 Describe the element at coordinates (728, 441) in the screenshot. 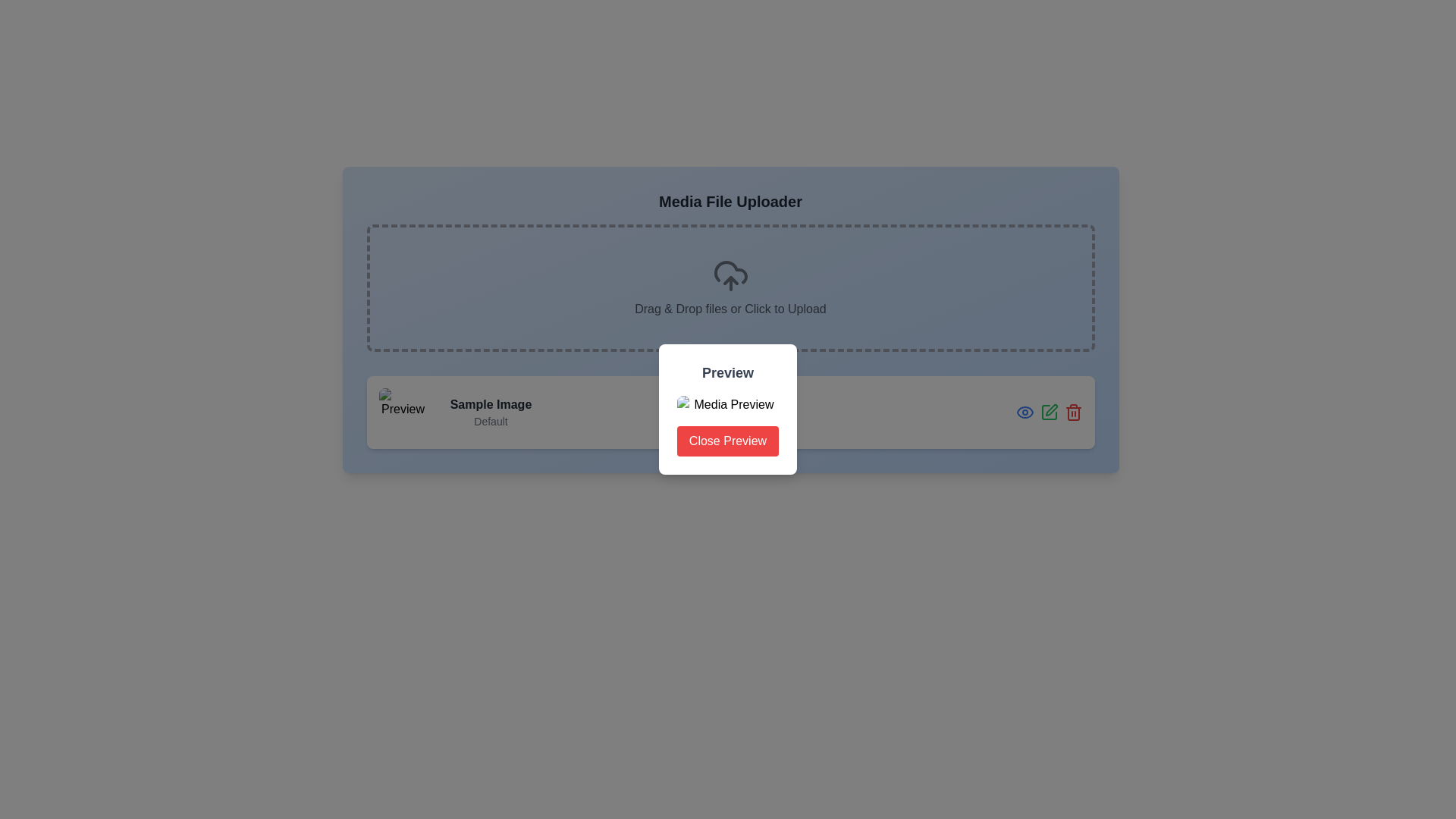

I see `the vibrant red 'Close Preview' button, which has rounded corners and white text` at that location.